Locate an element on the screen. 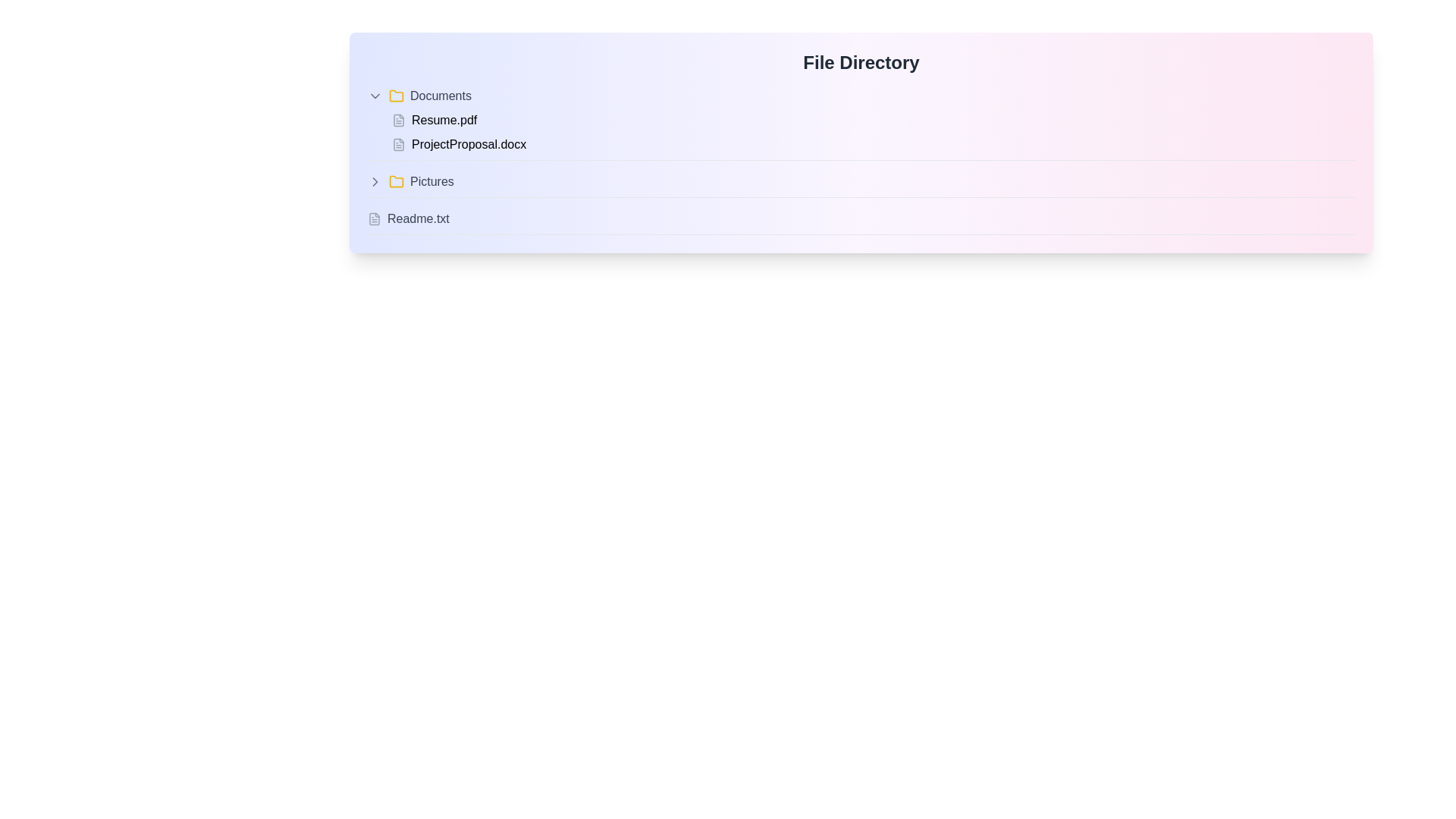  the expandable button to the left of the 'Pictures' folder name in the 'File Directory' interface is located at coordinates (375, 180).